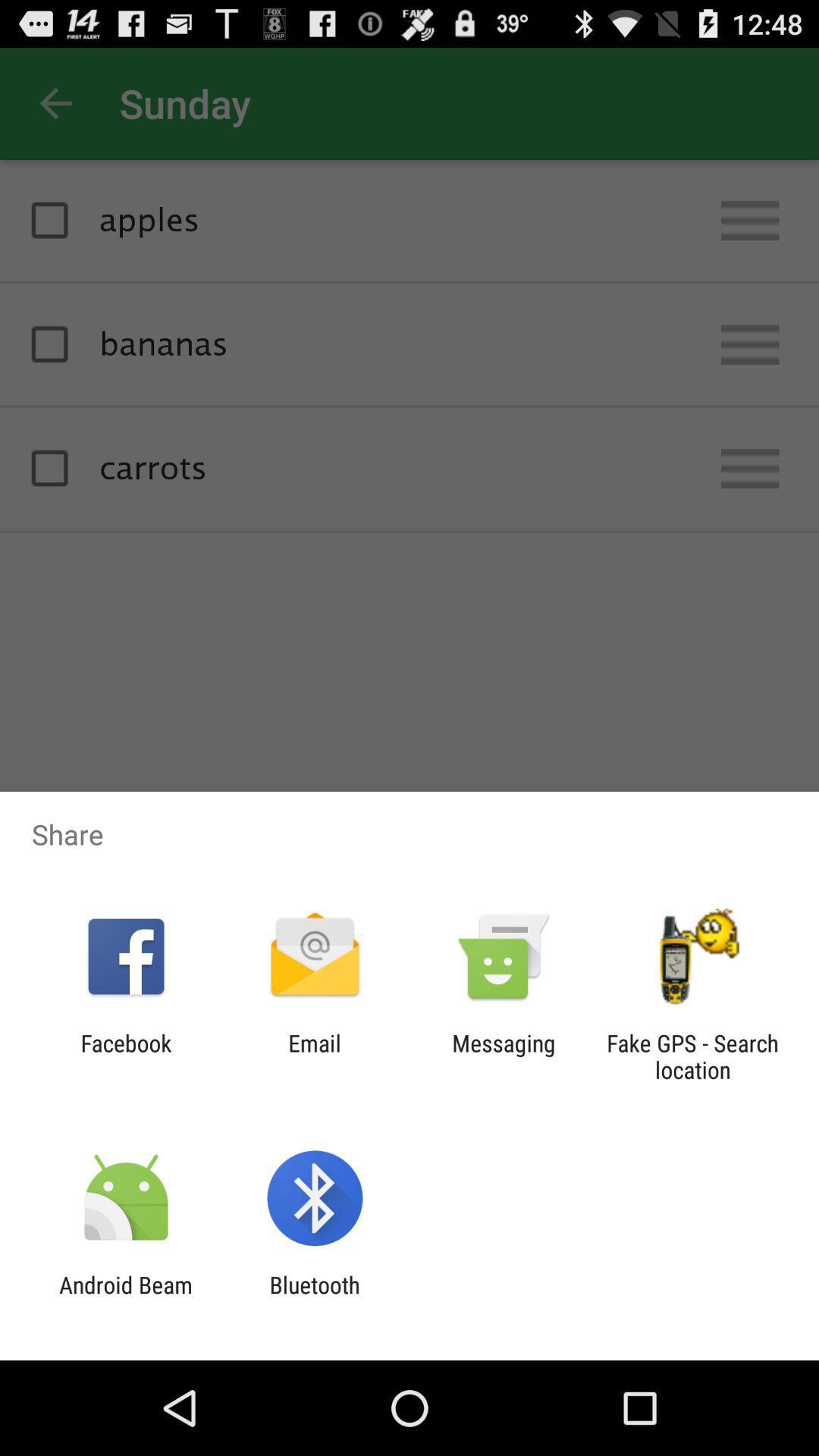  Describe the element at coordinates (692, 1056) in the screenshot. I see `fake gps search app` at that location.